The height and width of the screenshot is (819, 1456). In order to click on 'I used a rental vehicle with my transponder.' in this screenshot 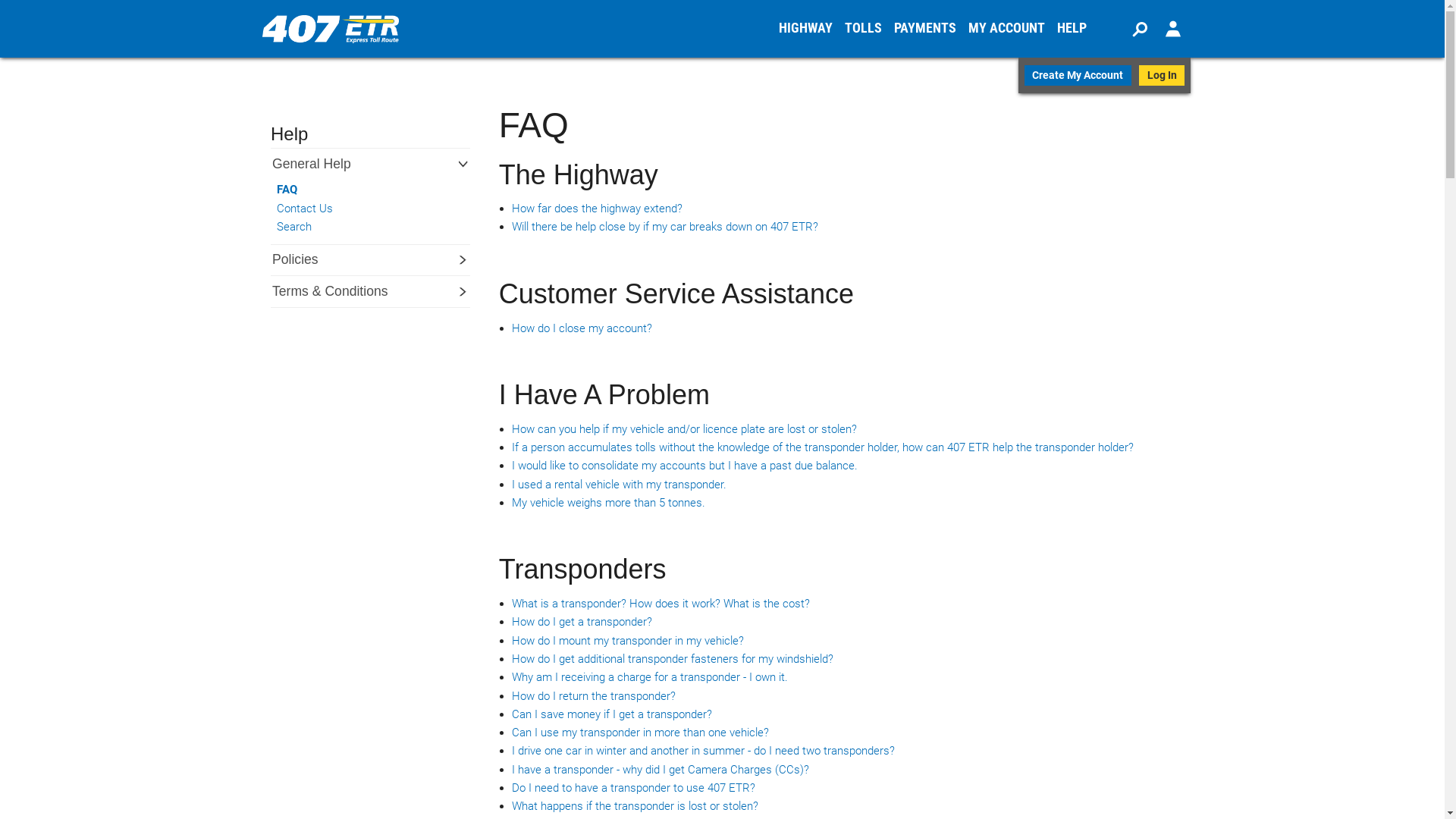, I will do `click(619, 485)`.